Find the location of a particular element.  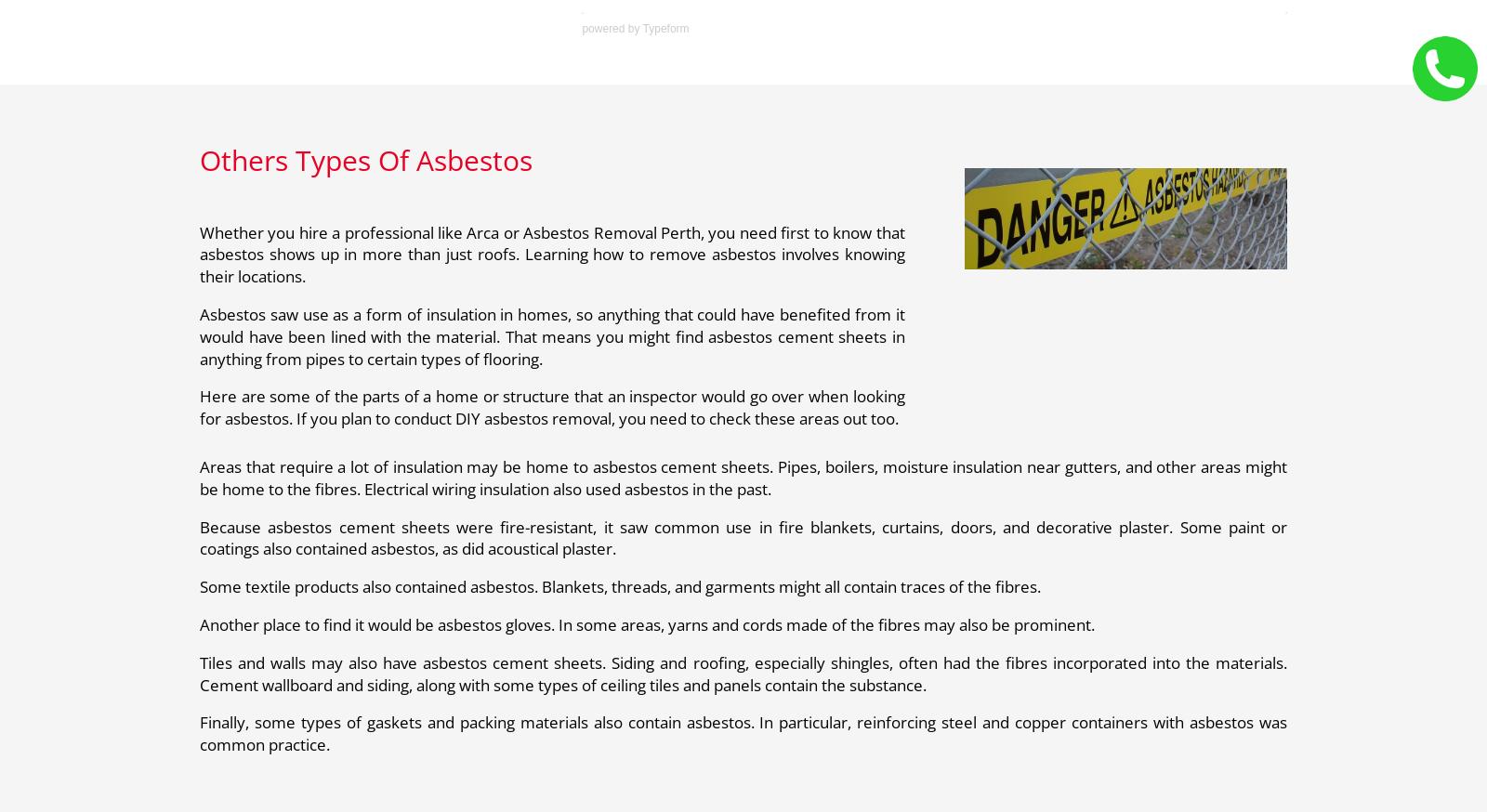

'Perth Asbestos Removal & Replace' is located at coordinates (467, 158).